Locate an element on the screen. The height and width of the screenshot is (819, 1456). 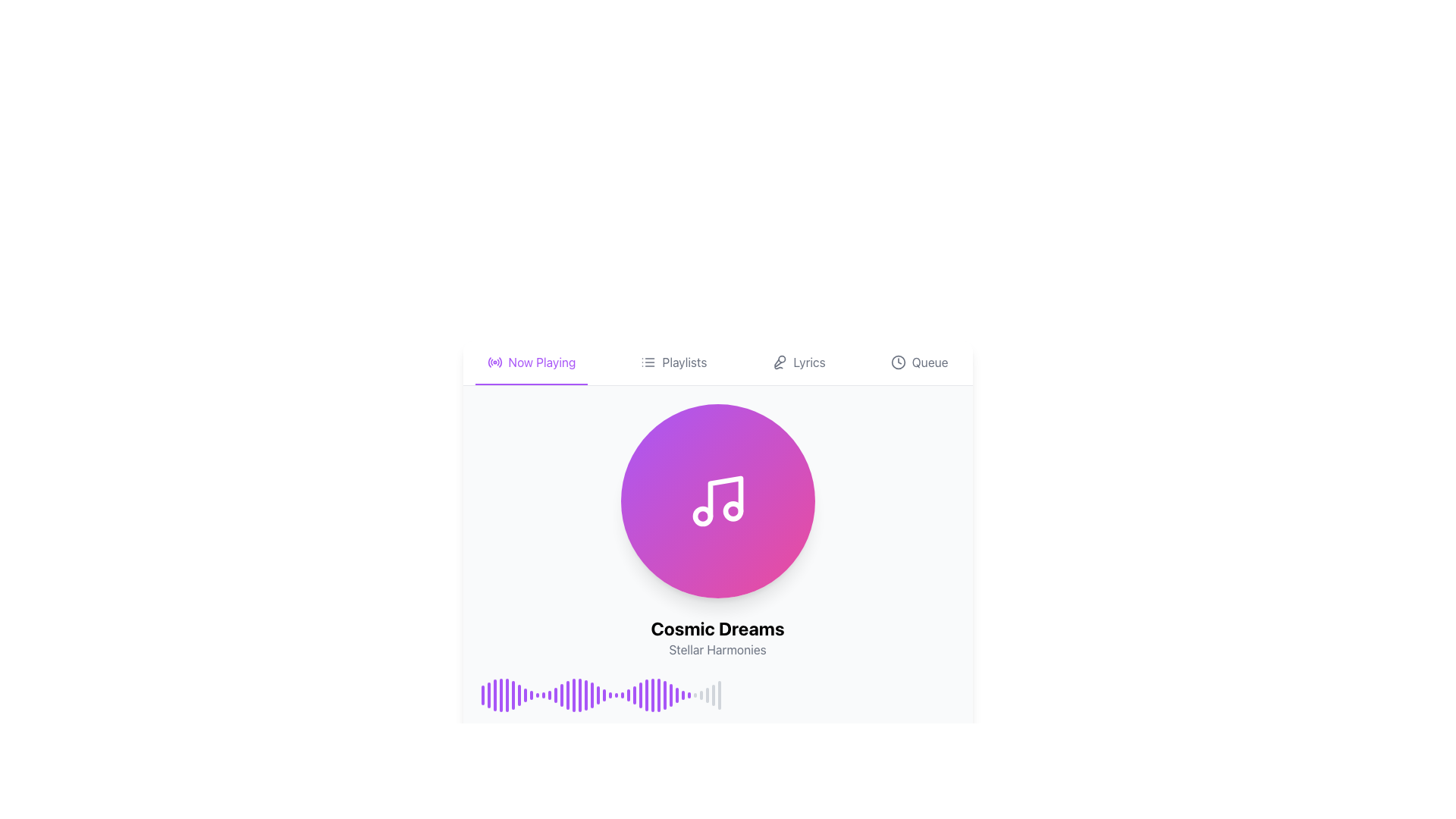
the 14th vertical bar in the waveform visualization, which is purple and slightly taller than neighboring bars, by clicking on it to interact with the waveform as a whole is located at coordinates (560, 695).